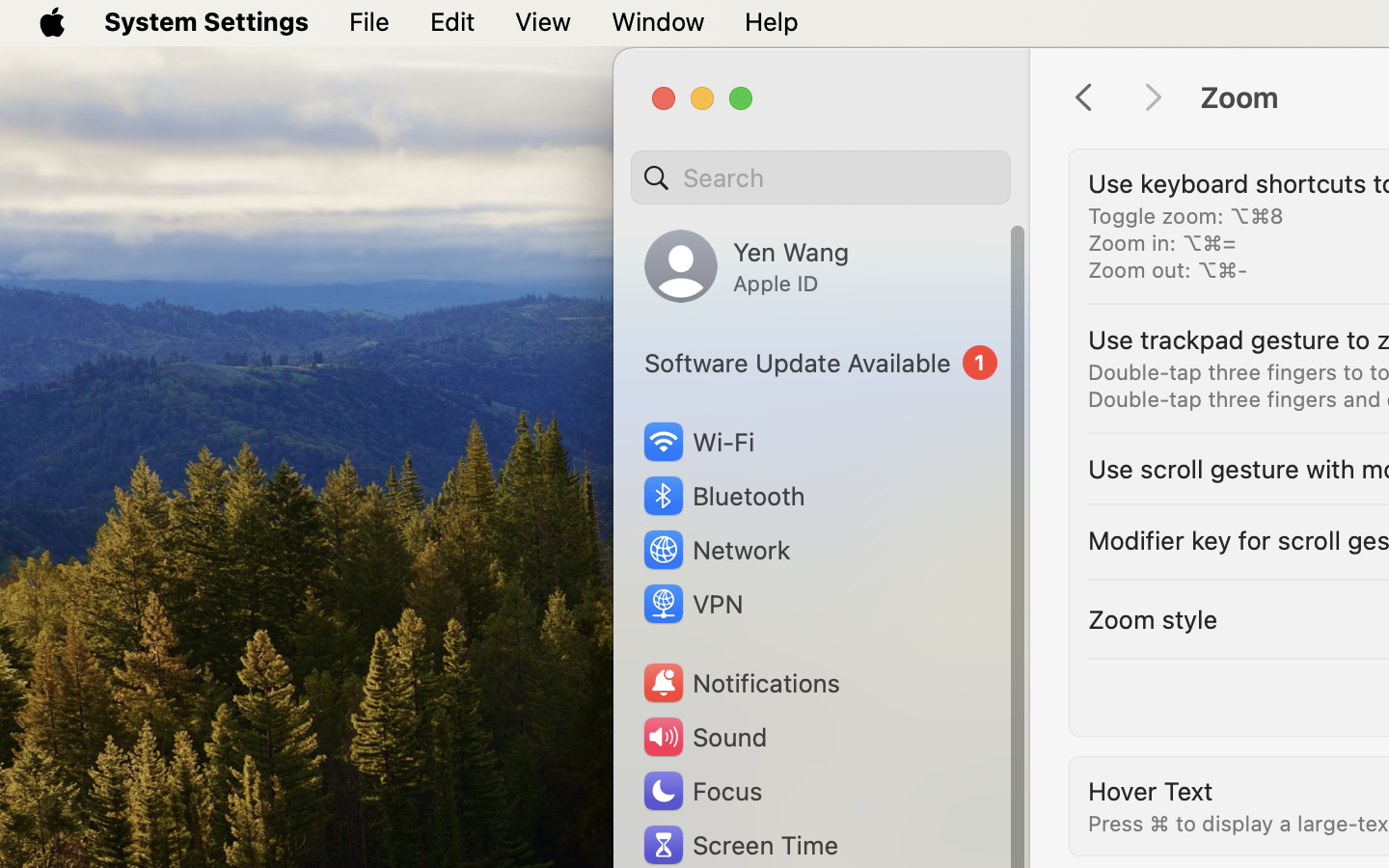 The width and height of the screenshot is (1389, 868). I want to click on 'VPN', so click(691, 604).